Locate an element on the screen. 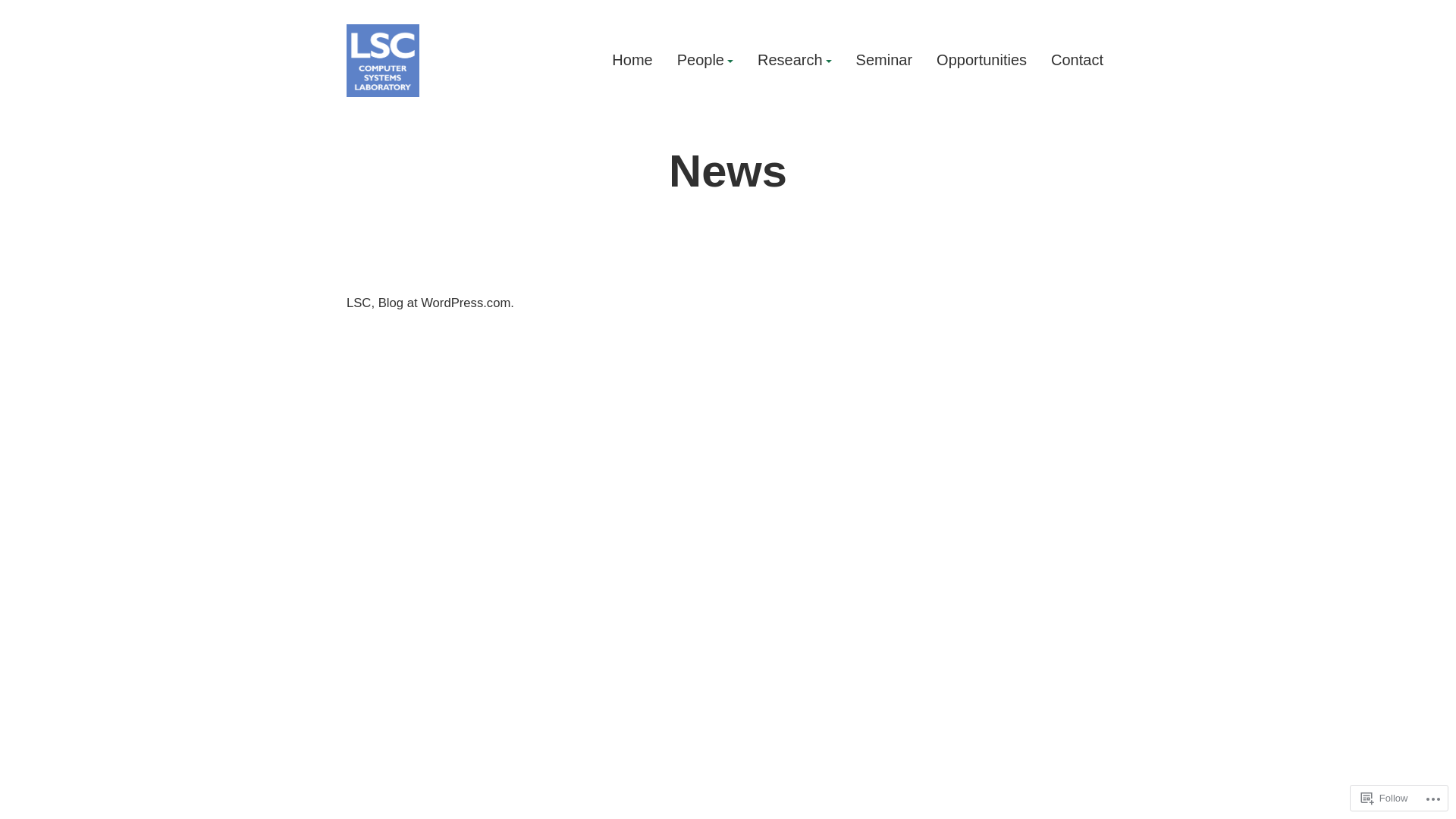 This screenshot has width=1456, height=819. 'Contact' is located at coordinates (1076, 60).